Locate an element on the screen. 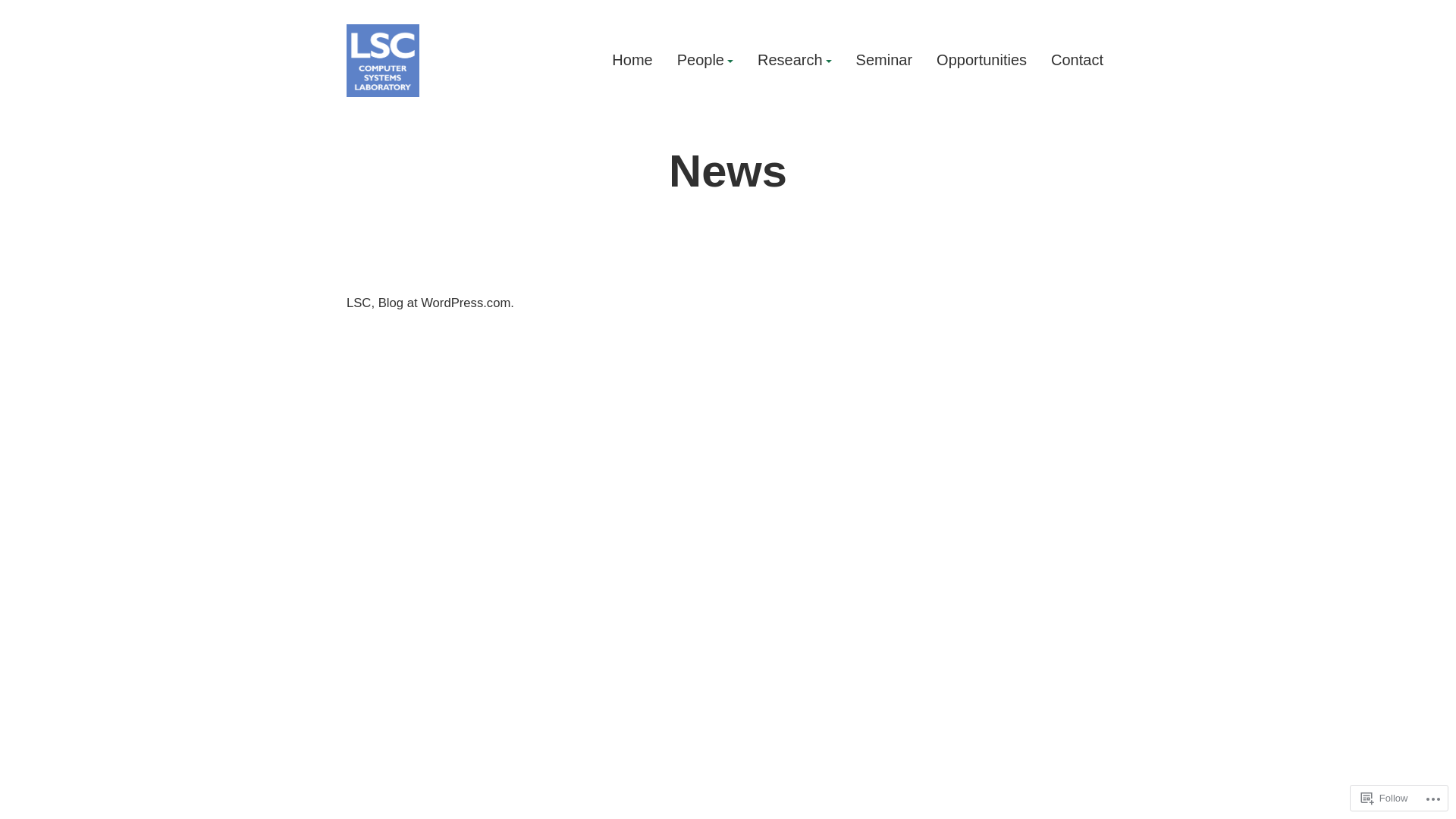 This screenshot has width=1456, height=819. 'Contact' is located at coordinates (1076, 60).